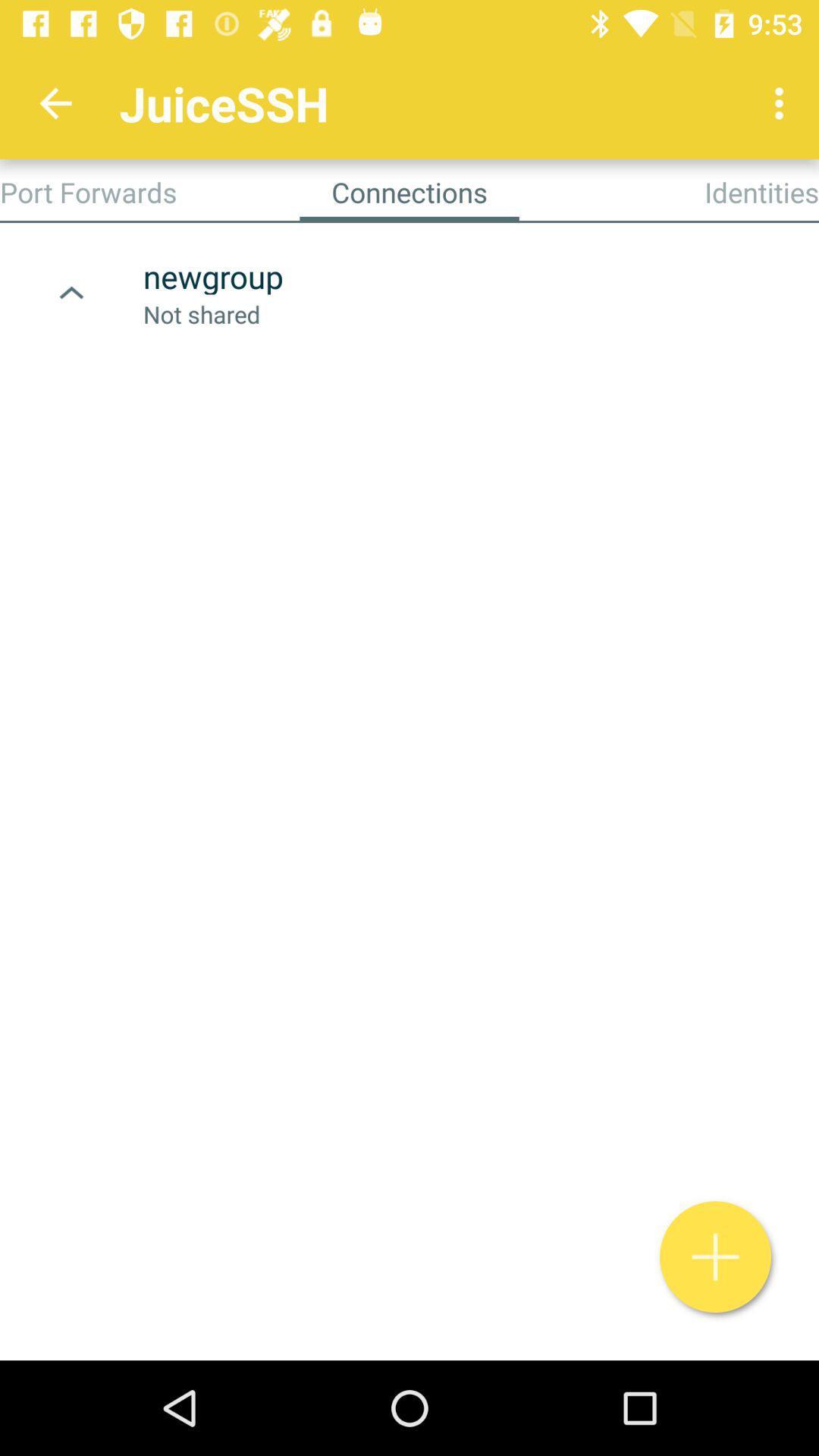  What do you see at coordinates (55, 102) in the screenshot?
I see `the item next to the juicessh app` at bounding box center [55, 102].